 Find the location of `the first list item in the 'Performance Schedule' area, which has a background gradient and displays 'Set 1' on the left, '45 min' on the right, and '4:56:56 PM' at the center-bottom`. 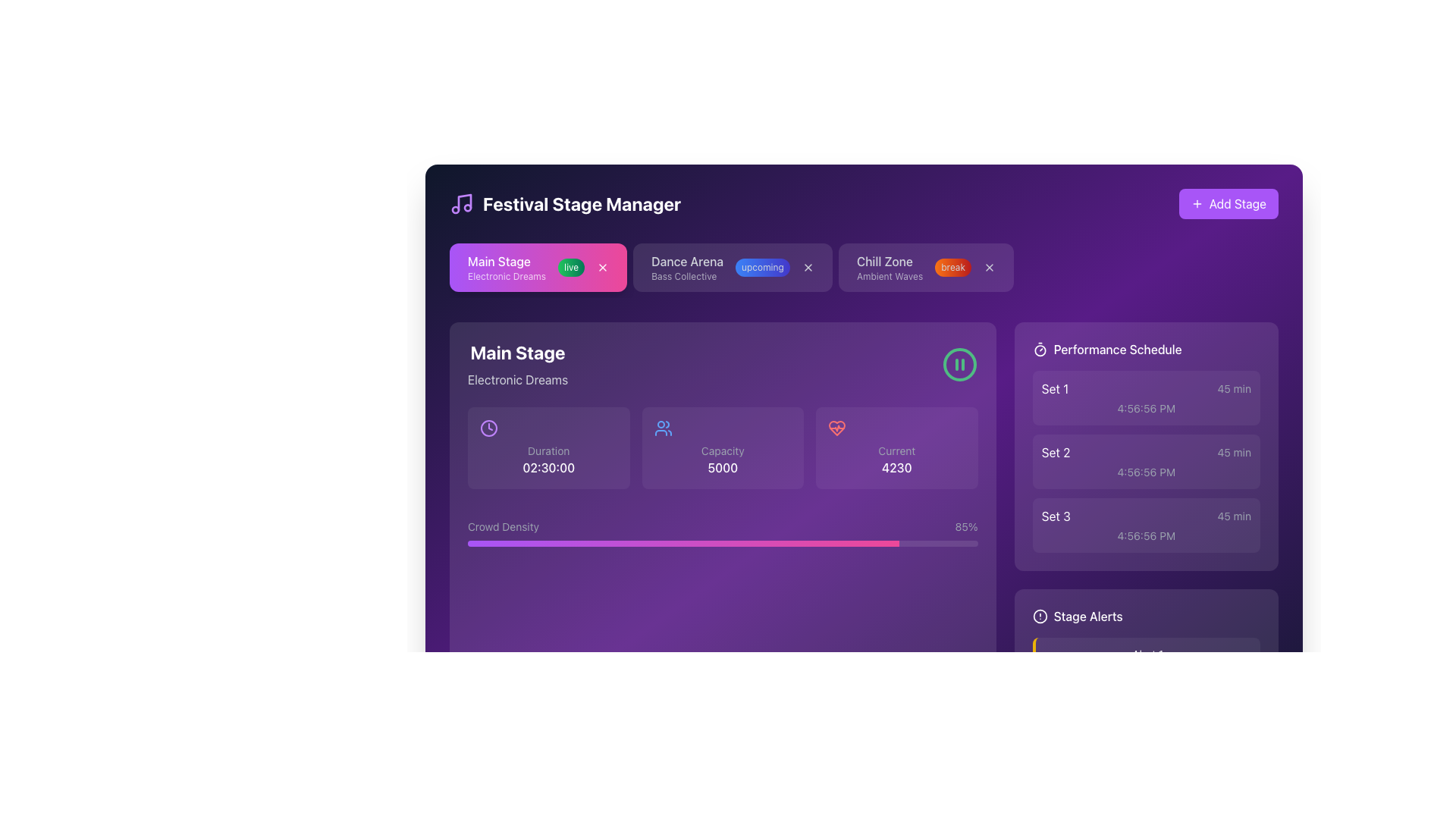

the first list item in the 'Performance Schedule' area, which has a background gradient and displays 'Set 1' on the left, '45 min' on the right, and '4:56:56 PM' at the center-bottom is located at coordinates (1146, 397).